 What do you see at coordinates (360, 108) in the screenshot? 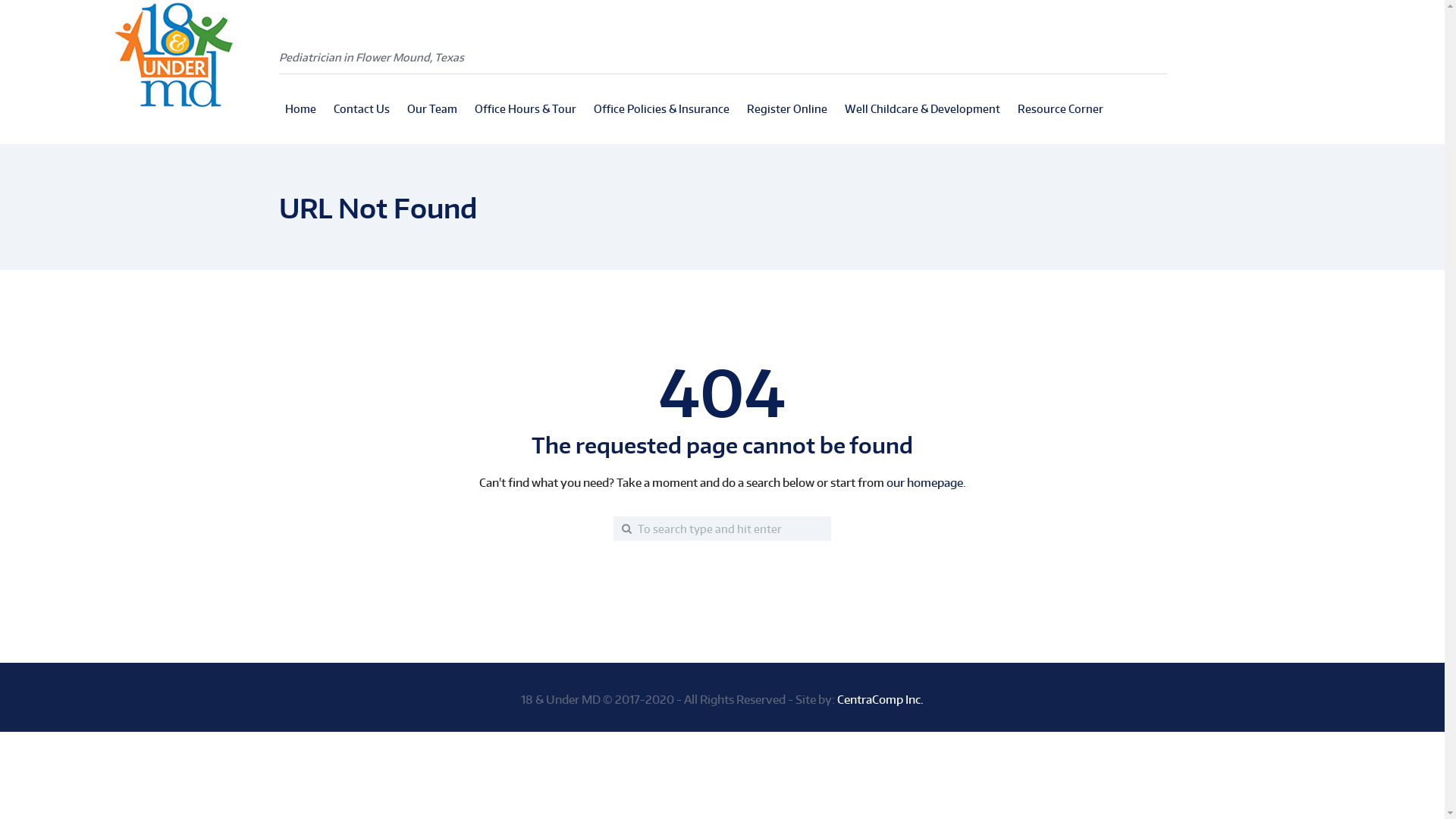
I see `'Contact Us'` at bounding box center [360, 108].